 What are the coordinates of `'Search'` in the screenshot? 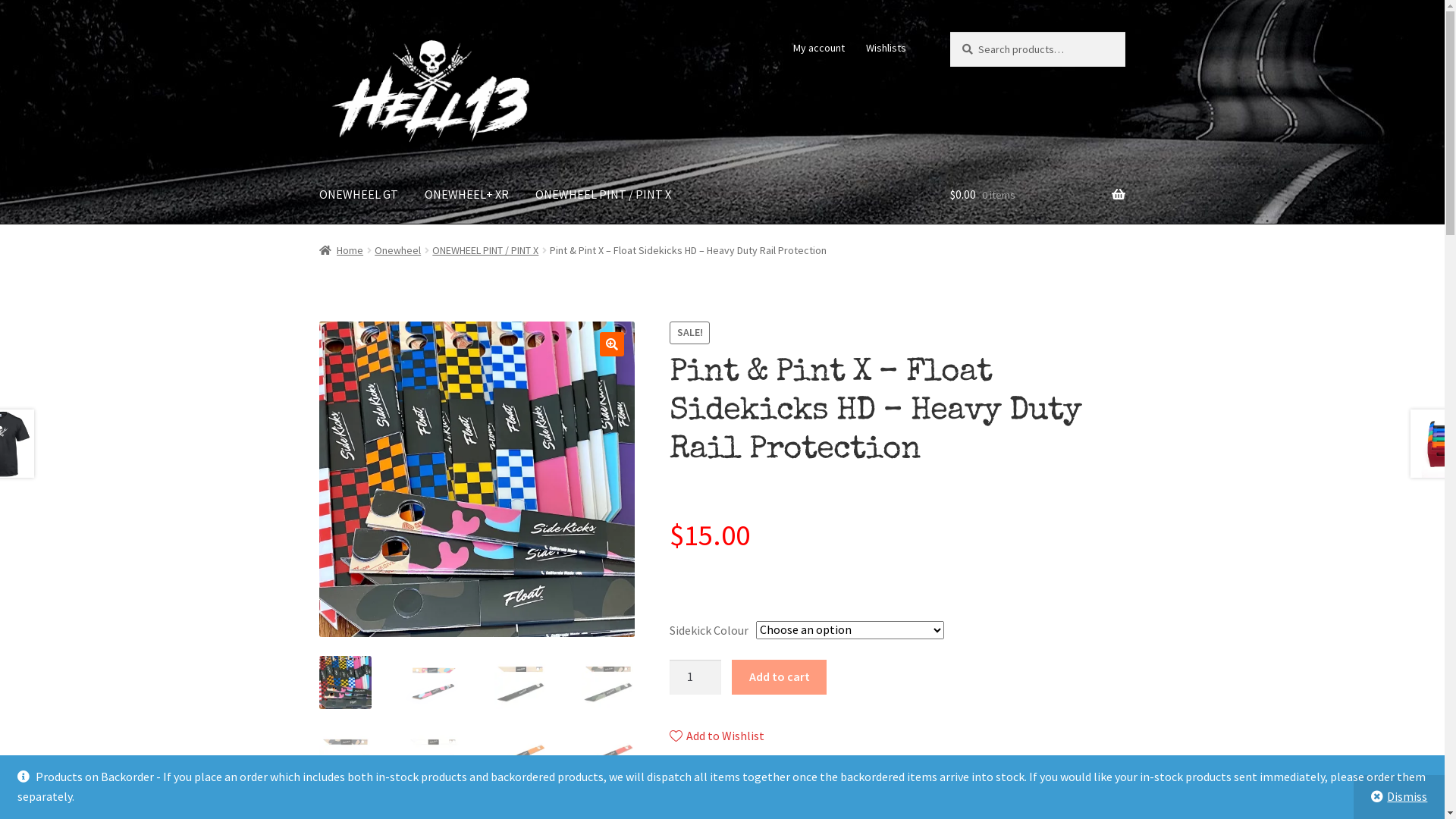 It's located at (949, 31).